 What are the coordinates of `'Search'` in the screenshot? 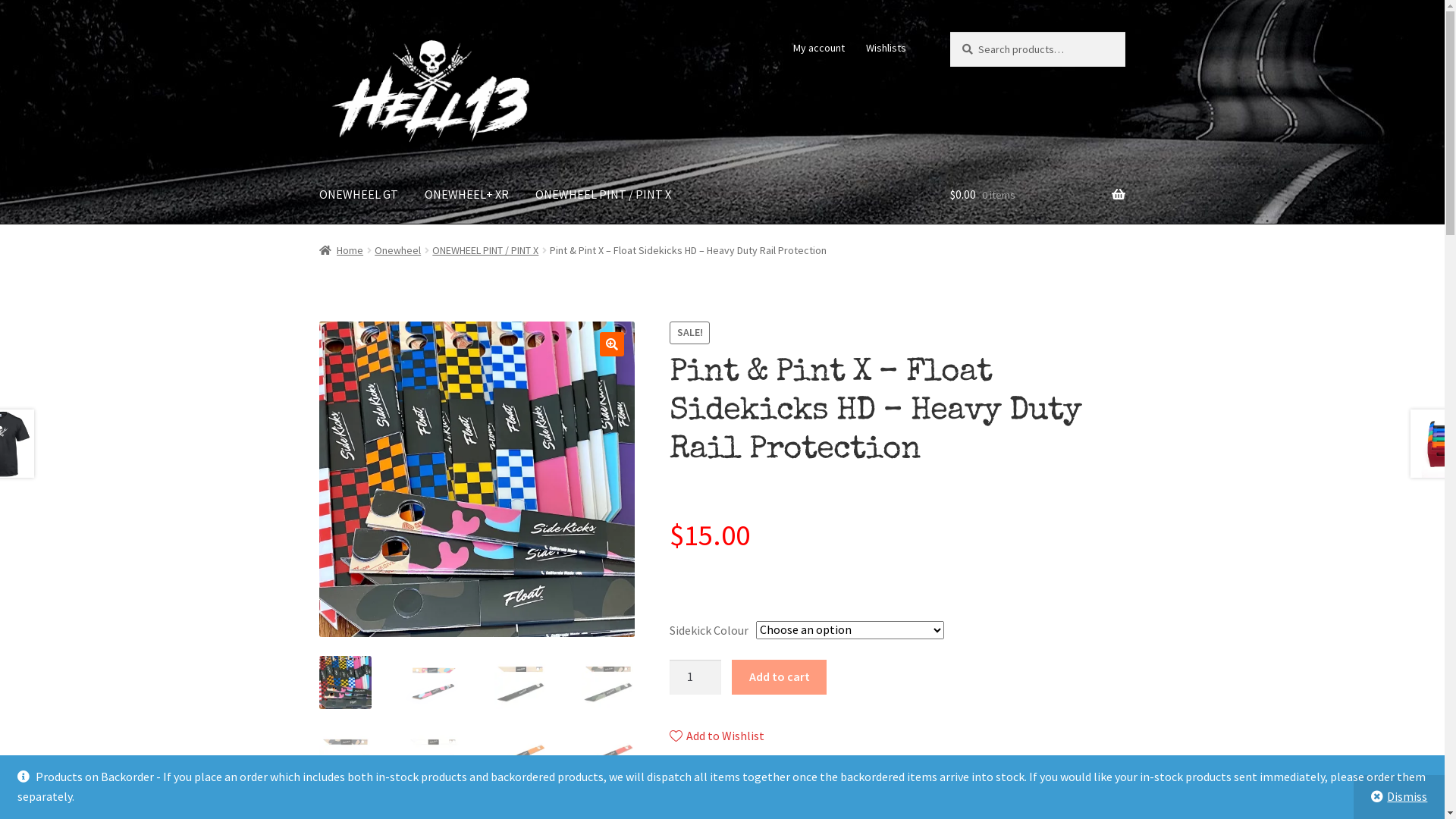 It's located at (949, 31).